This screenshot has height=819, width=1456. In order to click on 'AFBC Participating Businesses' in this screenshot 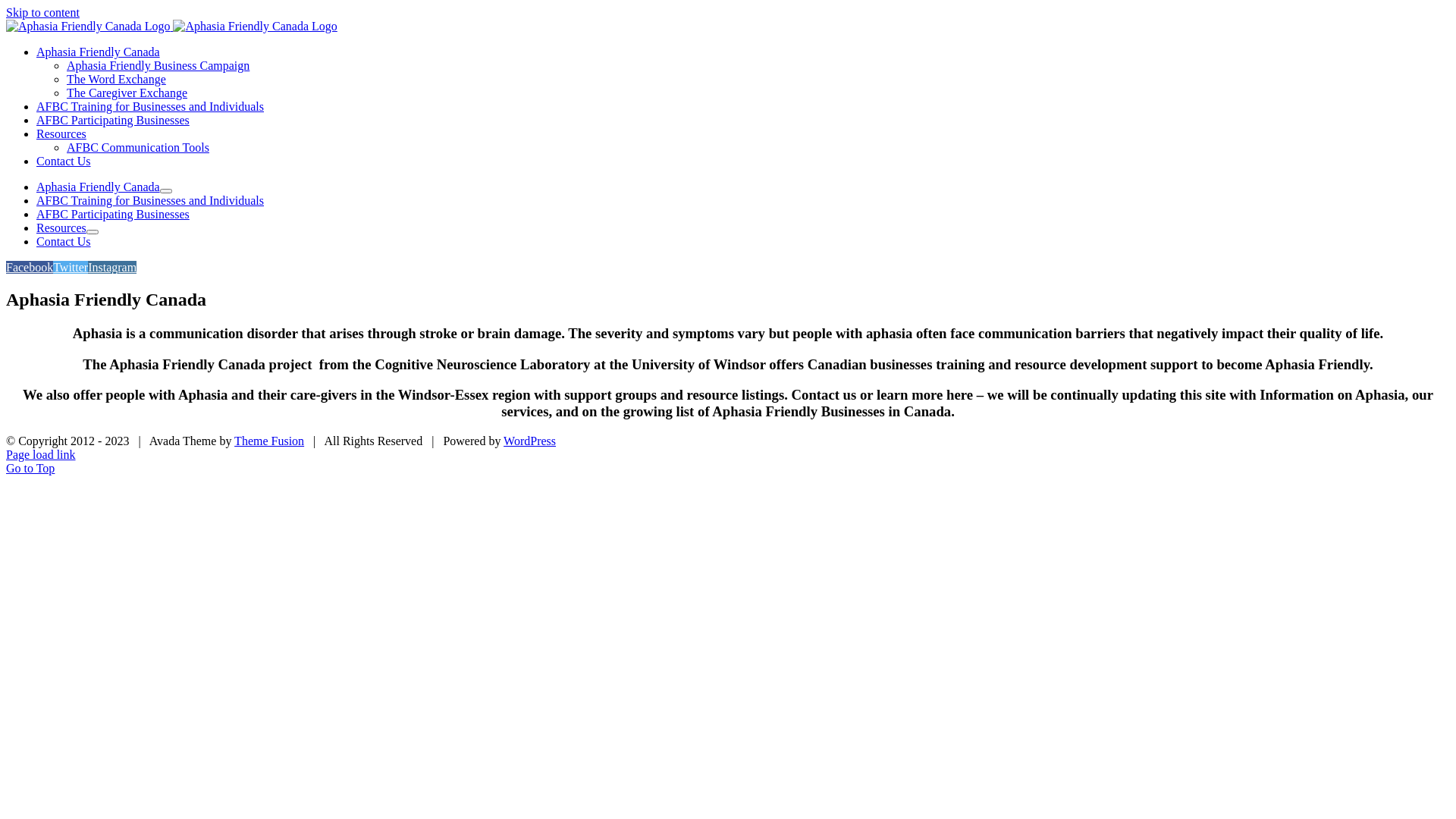, I will do `click(111, 214)`.